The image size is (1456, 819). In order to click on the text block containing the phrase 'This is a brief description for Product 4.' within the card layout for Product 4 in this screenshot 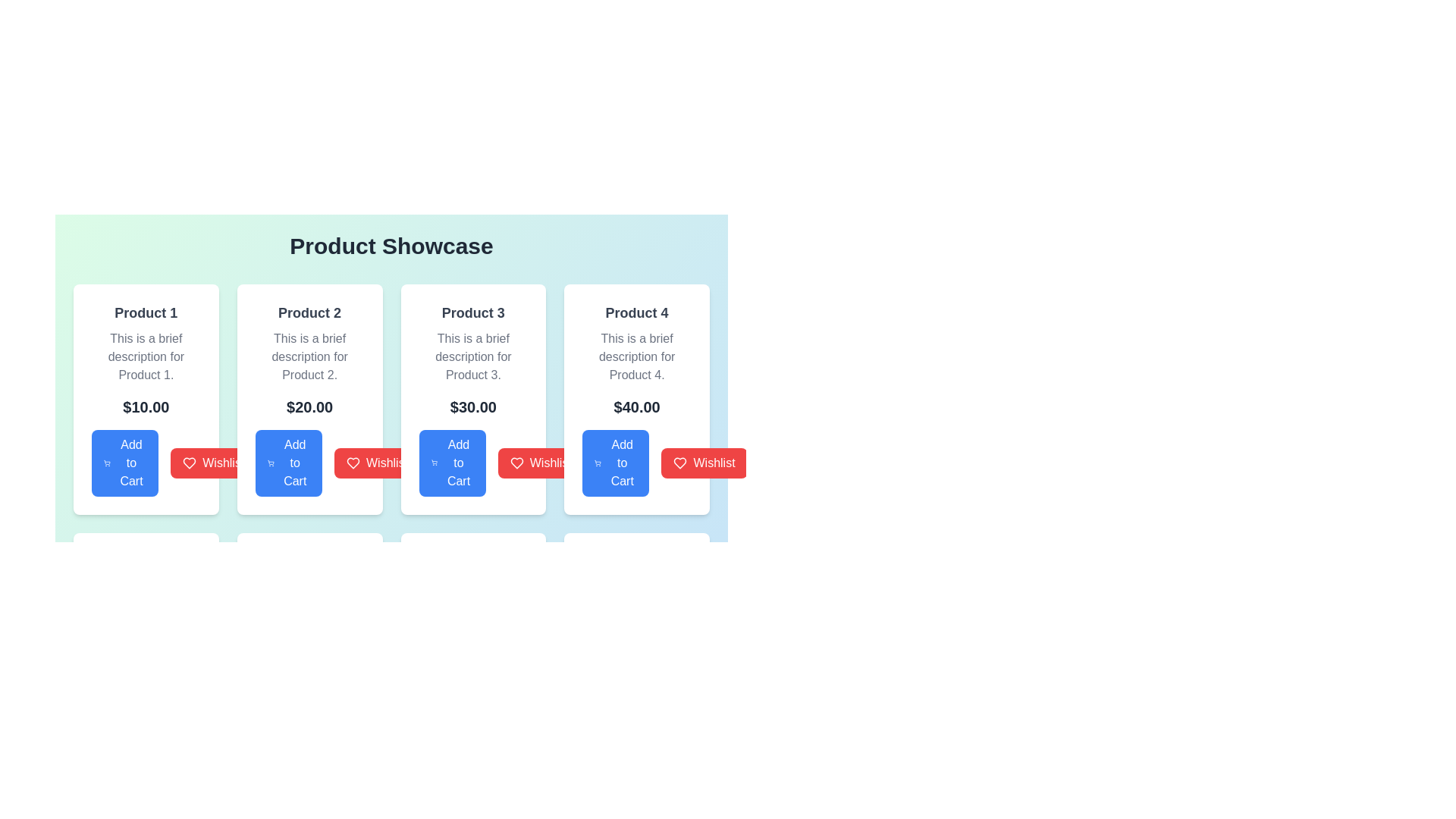, I will do `click(637, 356)`.